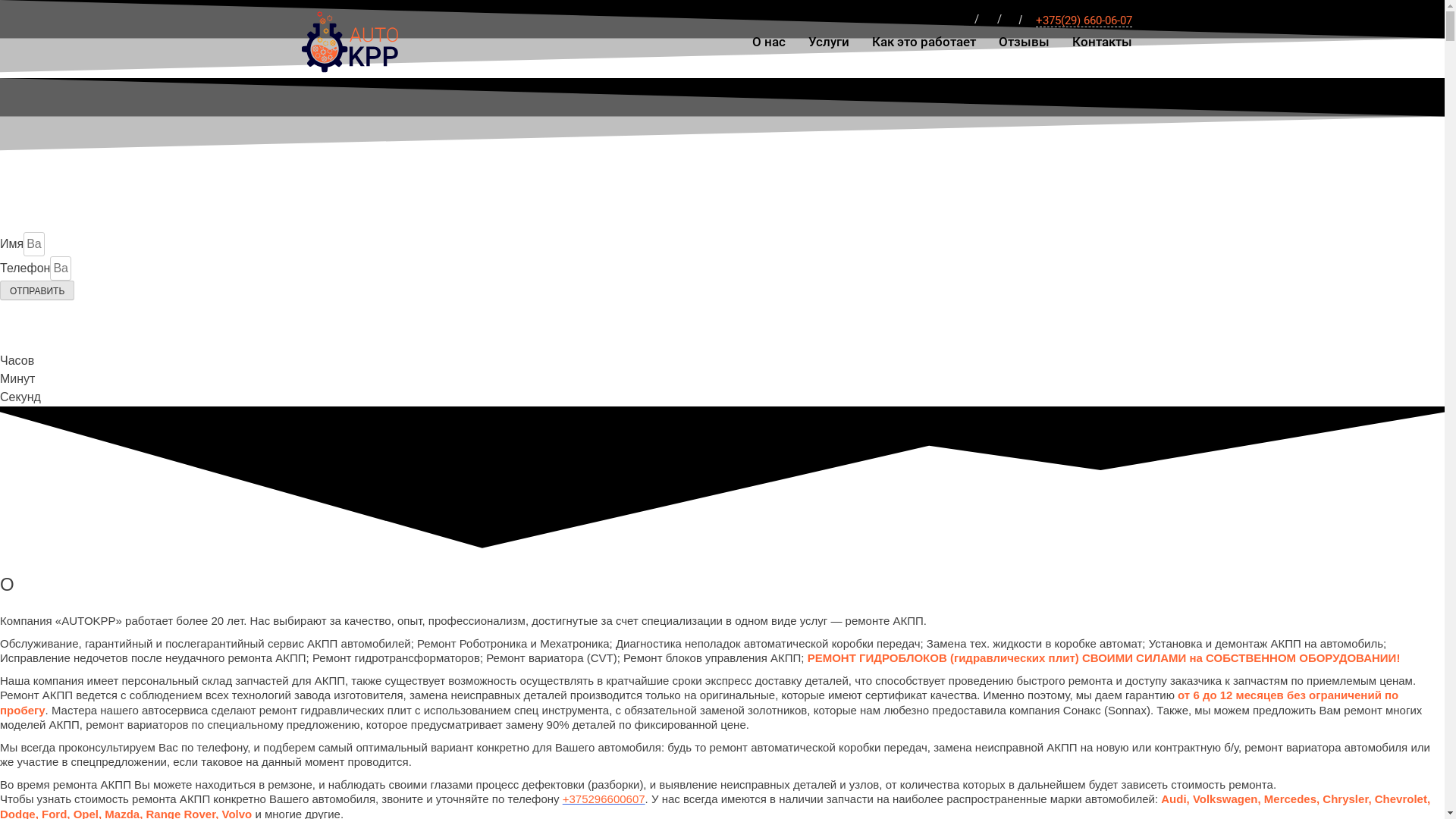 The height and width of the screenshot is (819, 1456). What do you see at coordinates (987, 20) in the screenshot?
I see `'Telegram'` at bounding box center [987, 20].